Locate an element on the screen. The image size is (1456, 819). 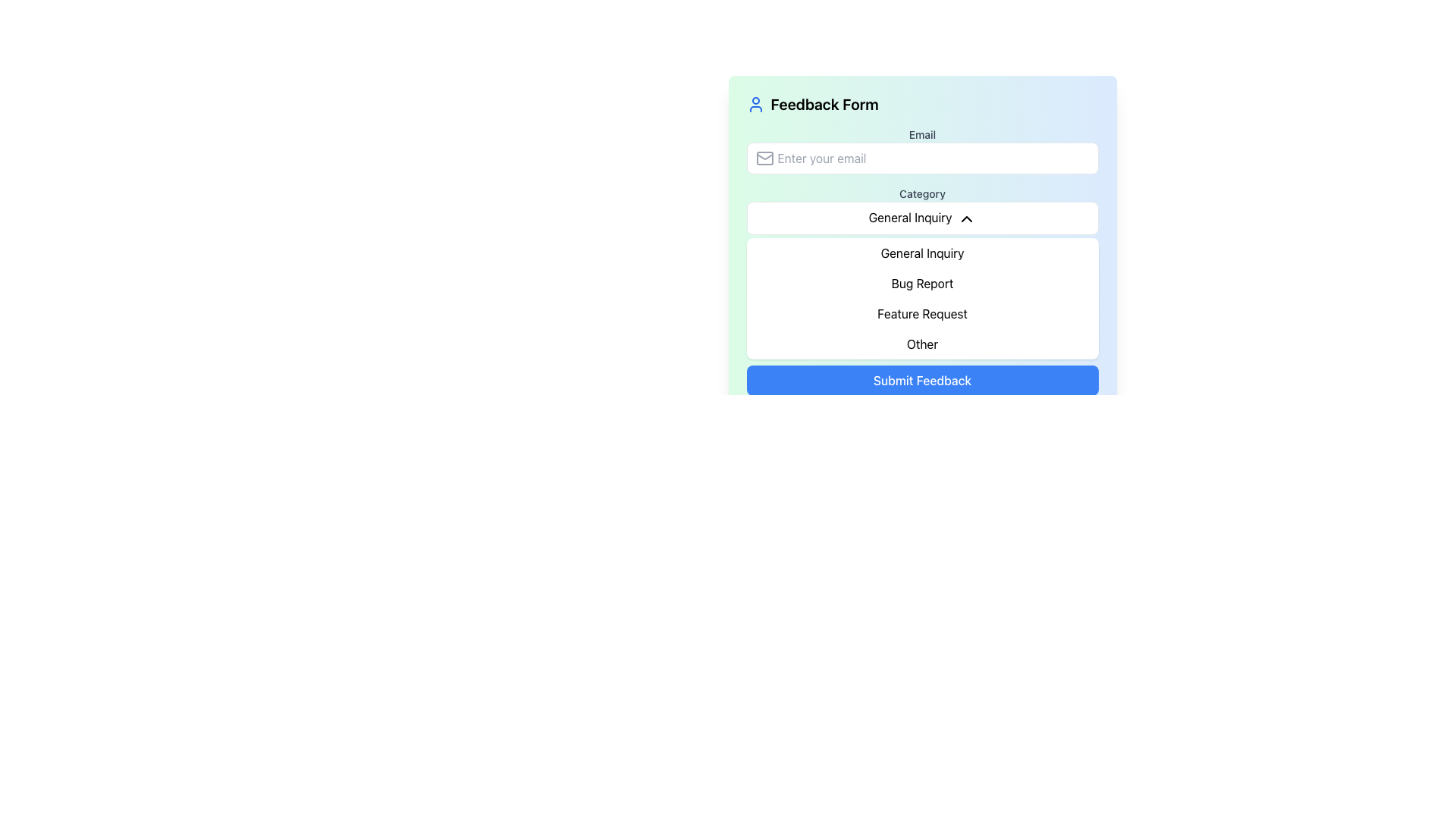
the 'Category' text label located above the dropdown menu, which serves to inform users about the selection options below is located at coordinates (921, 193).